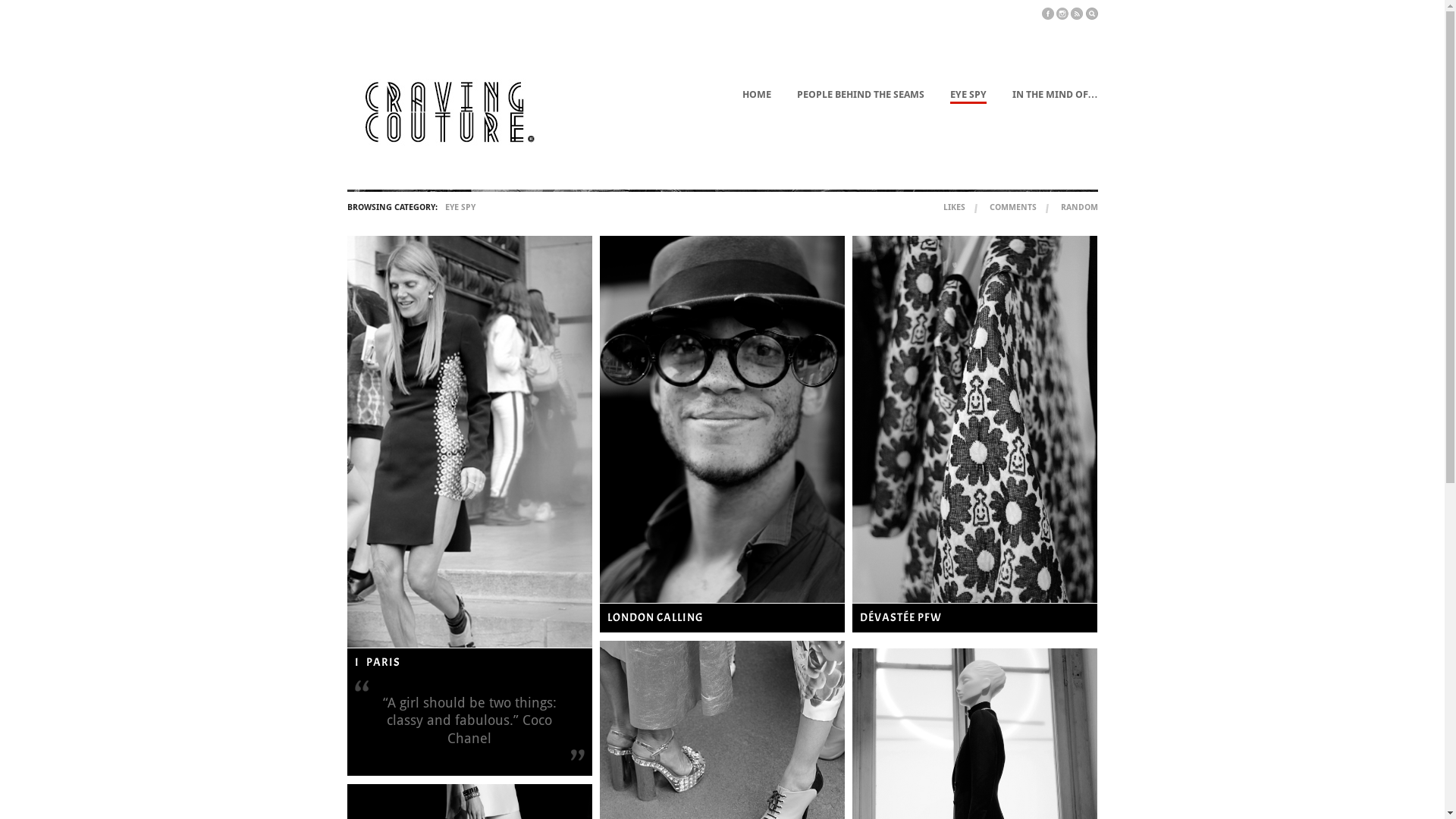  What do you see at coordinates (859, 95) in the screenshot?
I see `'PEOPLE BEHIND THE SEAMS'` at bounding box center [859, 95].